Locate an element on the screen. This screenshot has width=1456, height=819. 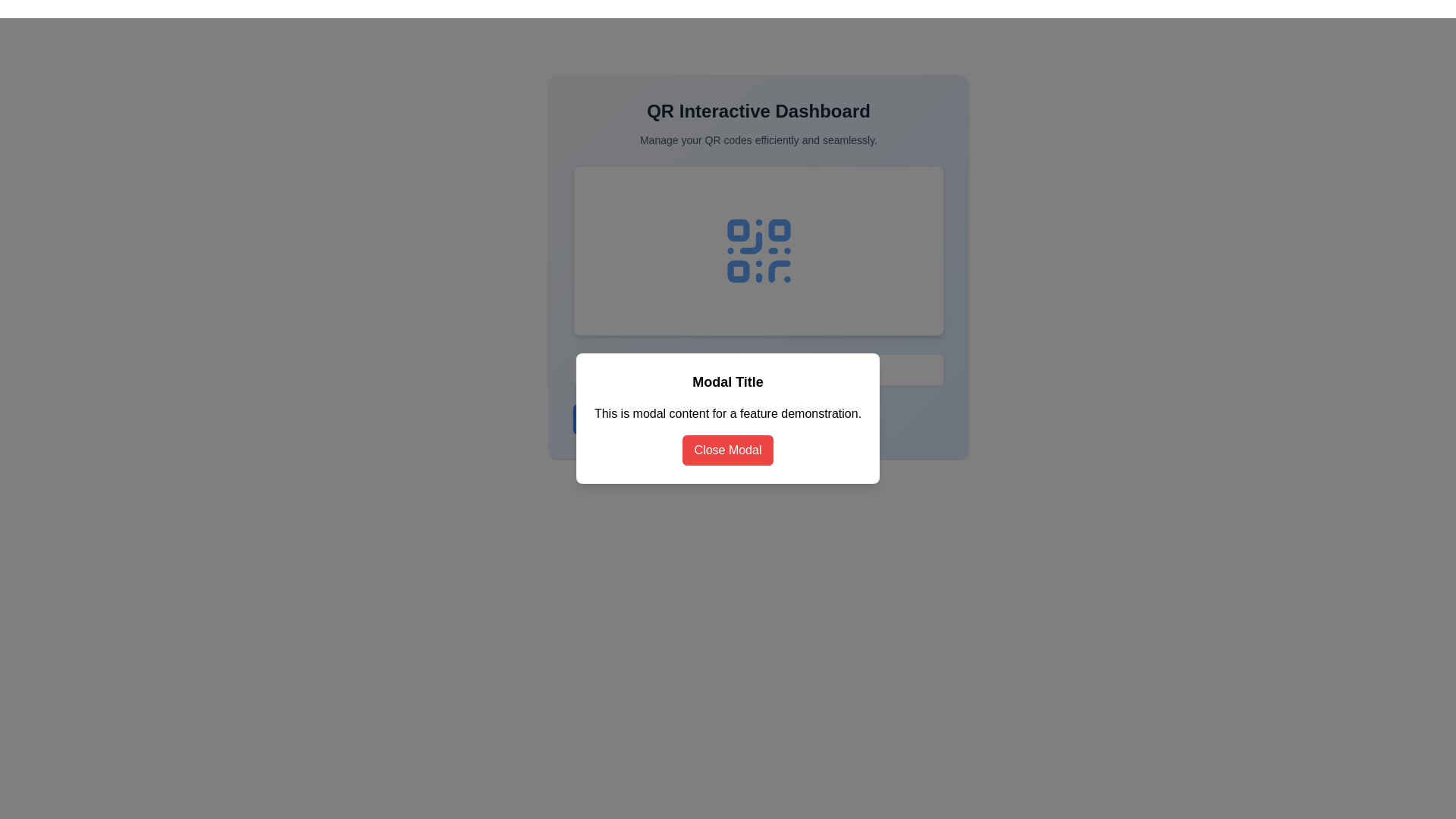
the descriptive text element located within the modal, positioned below 'Modal Title' and above 'Close Modal' is located at coordinates (758, 419).